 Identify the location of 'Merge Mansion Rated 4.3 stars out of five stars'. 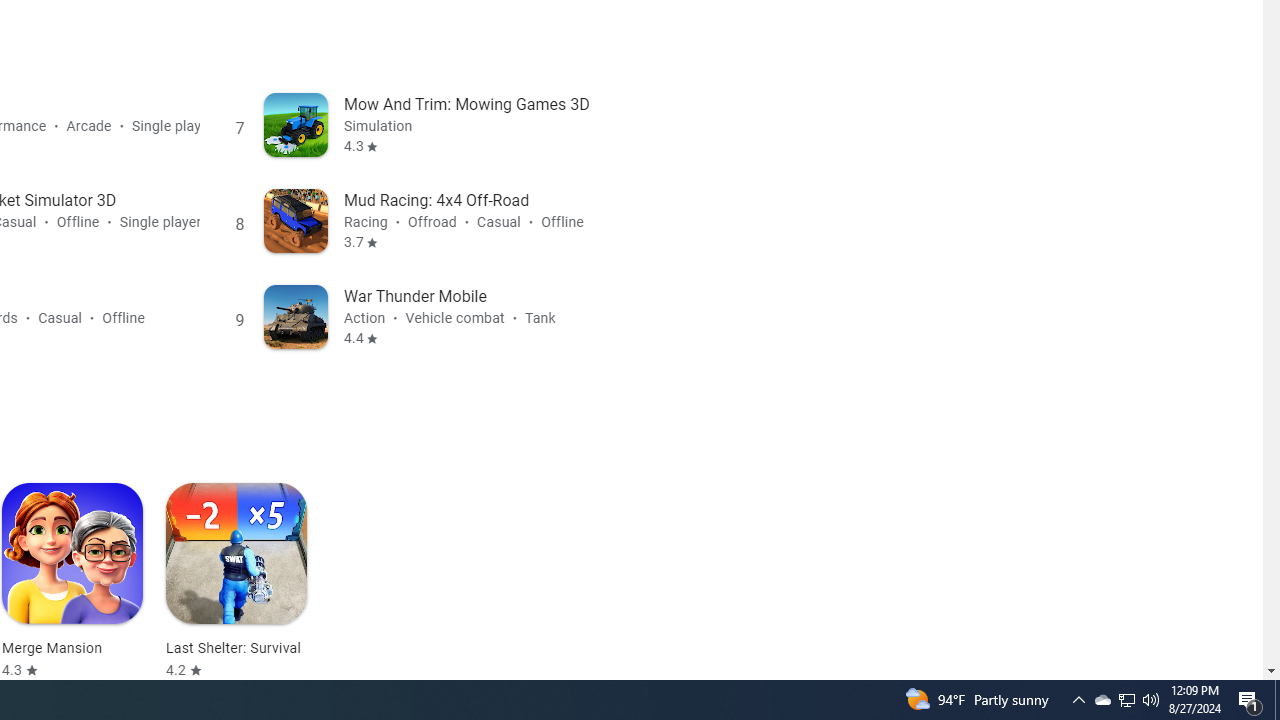
(72, 581).